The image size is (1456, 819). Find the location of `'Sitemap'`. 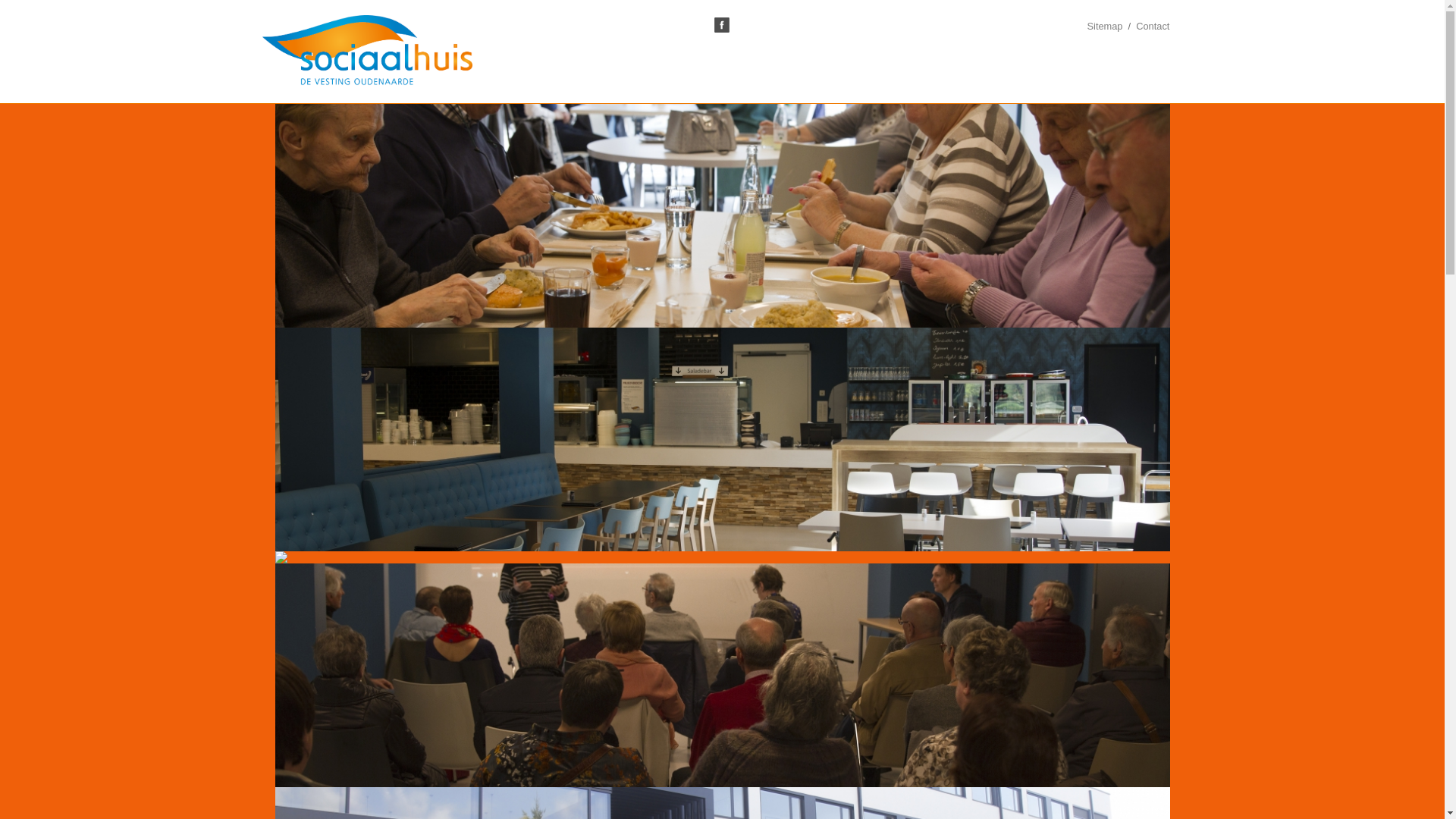

'Sitemap' is located at coordinates (1105, 26).